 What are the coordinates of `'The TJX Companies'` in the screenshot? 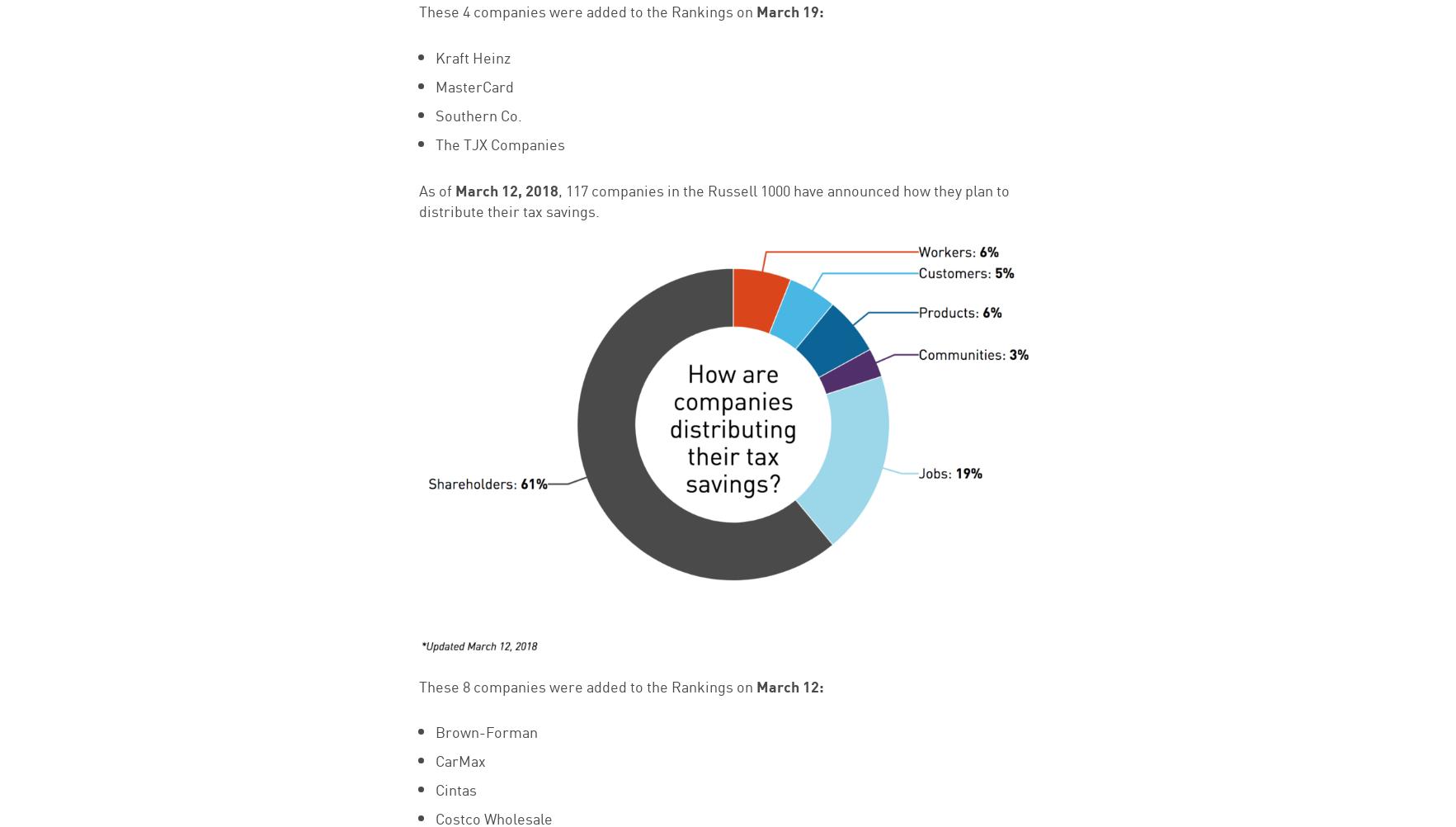 It's located at (498, 144).